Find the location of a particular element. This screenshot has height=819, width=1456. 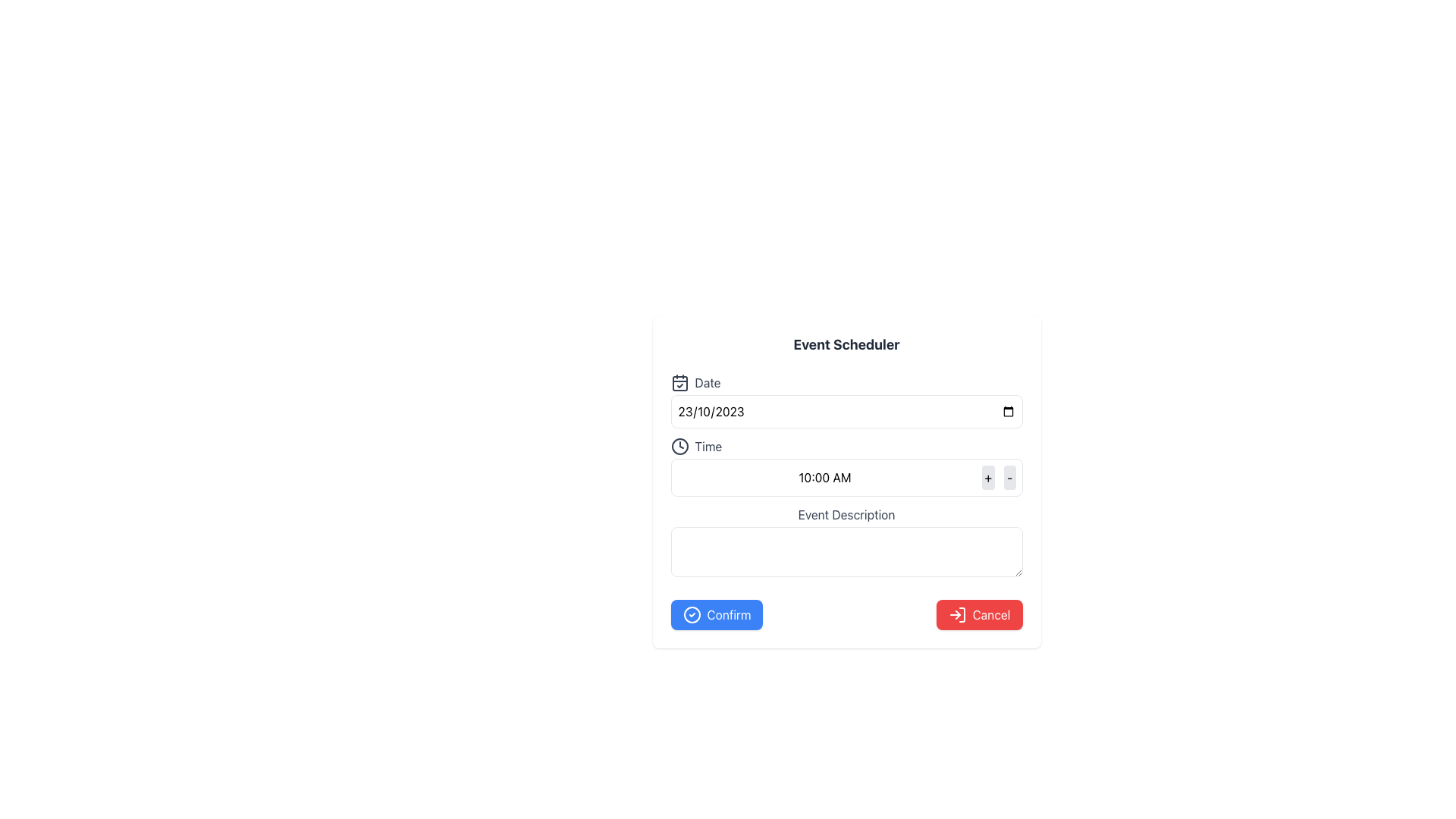

the calendar icon with a tick mark located next to the label 'Date' in the 'Event Scheduler' card is located at coordinates (679, 382).